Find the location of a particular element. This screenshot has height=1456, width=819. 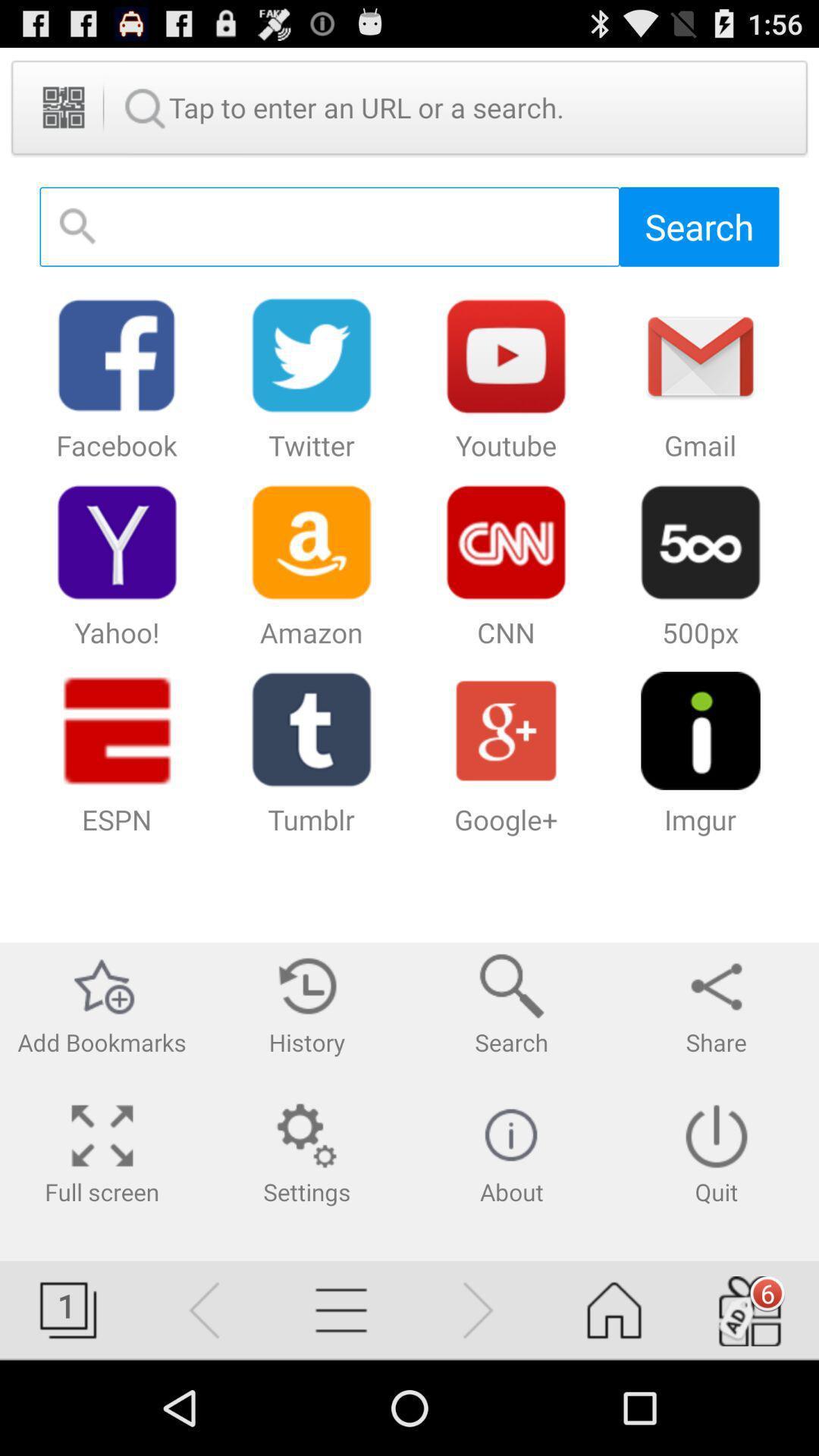

search term is located at coordinates (329, 226).